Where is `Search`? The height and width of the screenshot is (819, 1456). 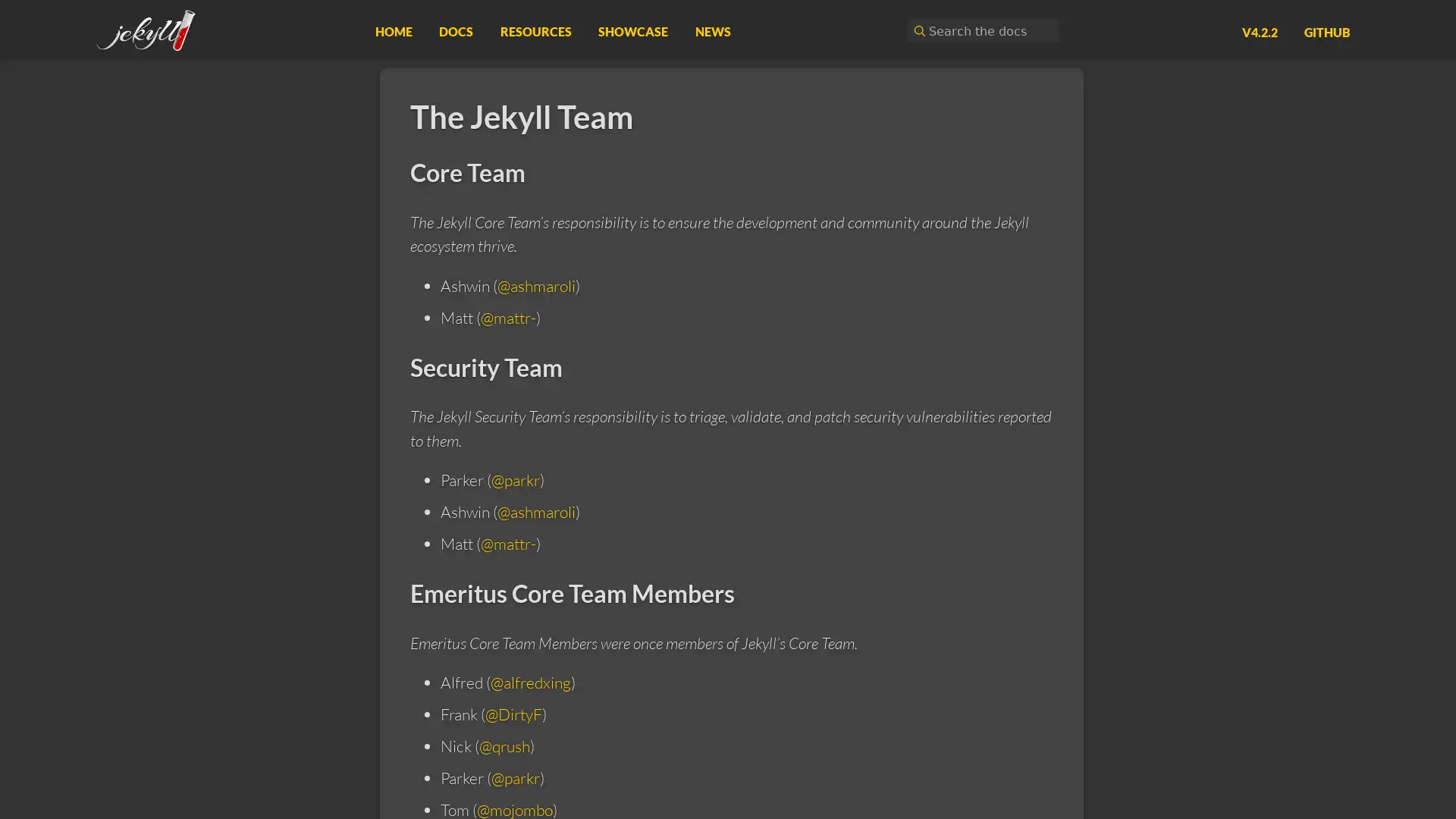
Search is located at coordinates (917, 30).